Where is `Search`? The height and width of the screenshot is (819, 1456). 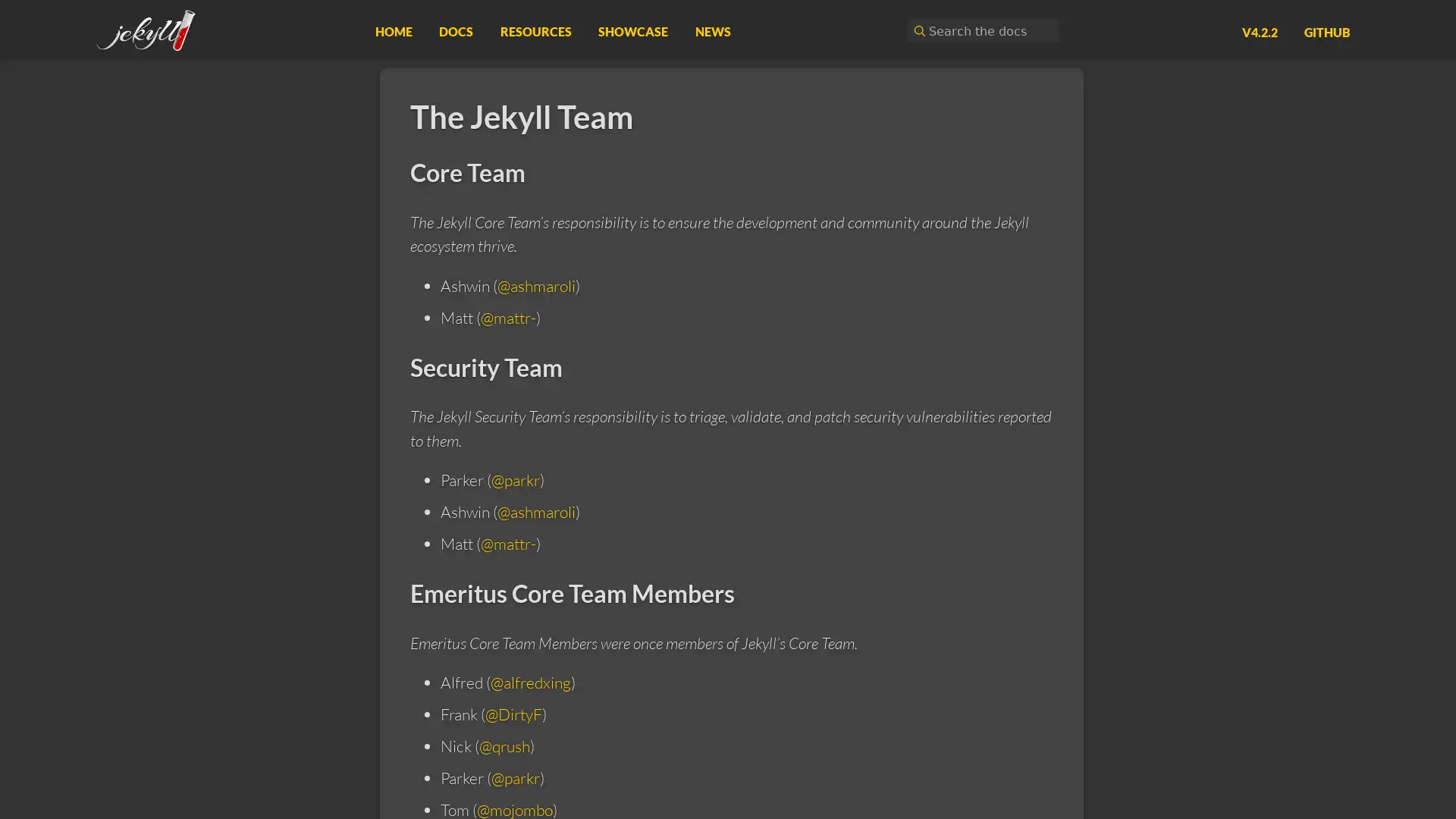
Search is located at coordinates (917, 30).